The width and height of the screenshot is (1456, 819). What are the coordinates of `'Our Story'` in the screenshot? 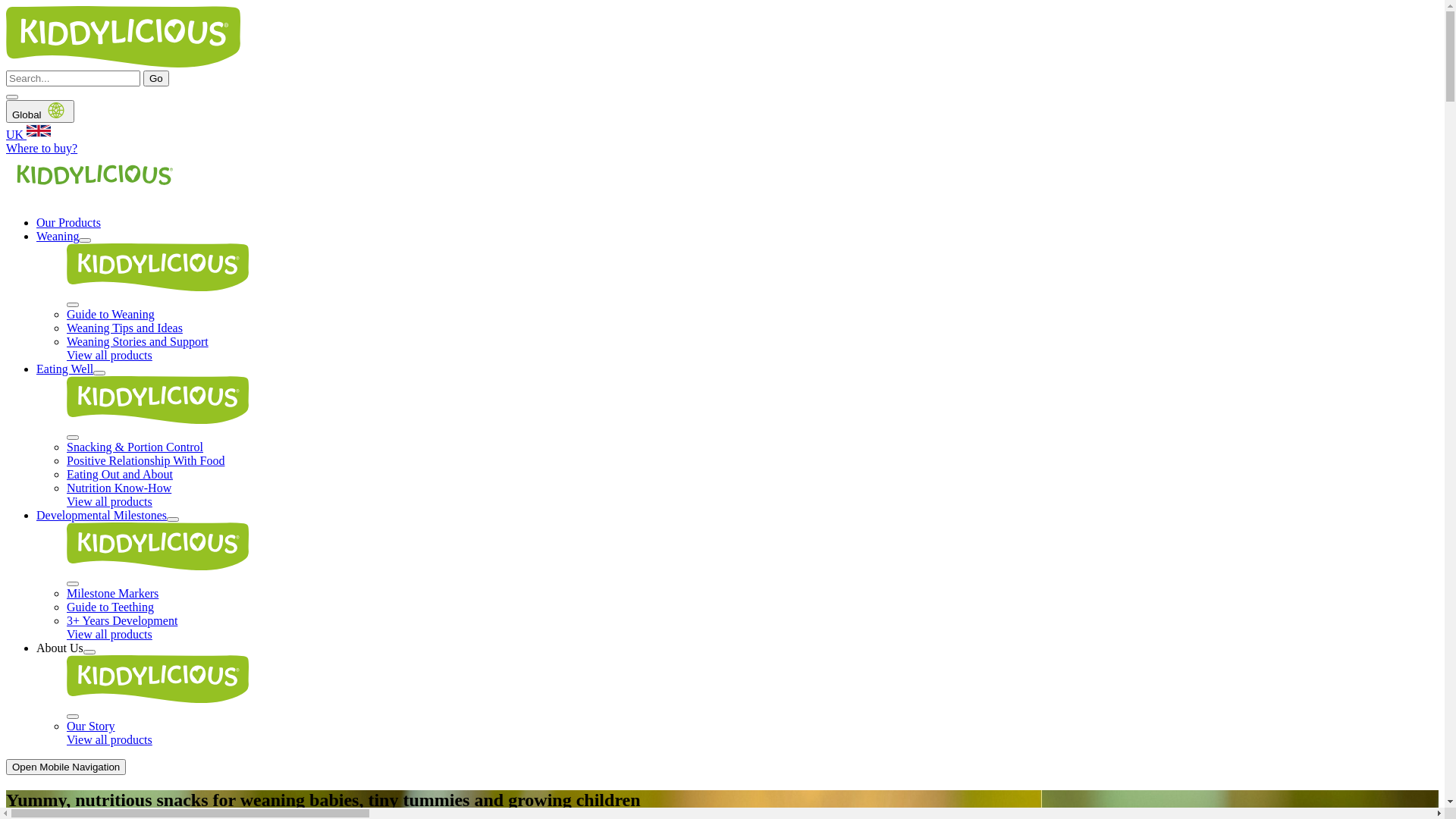 It's located at (90, 725).